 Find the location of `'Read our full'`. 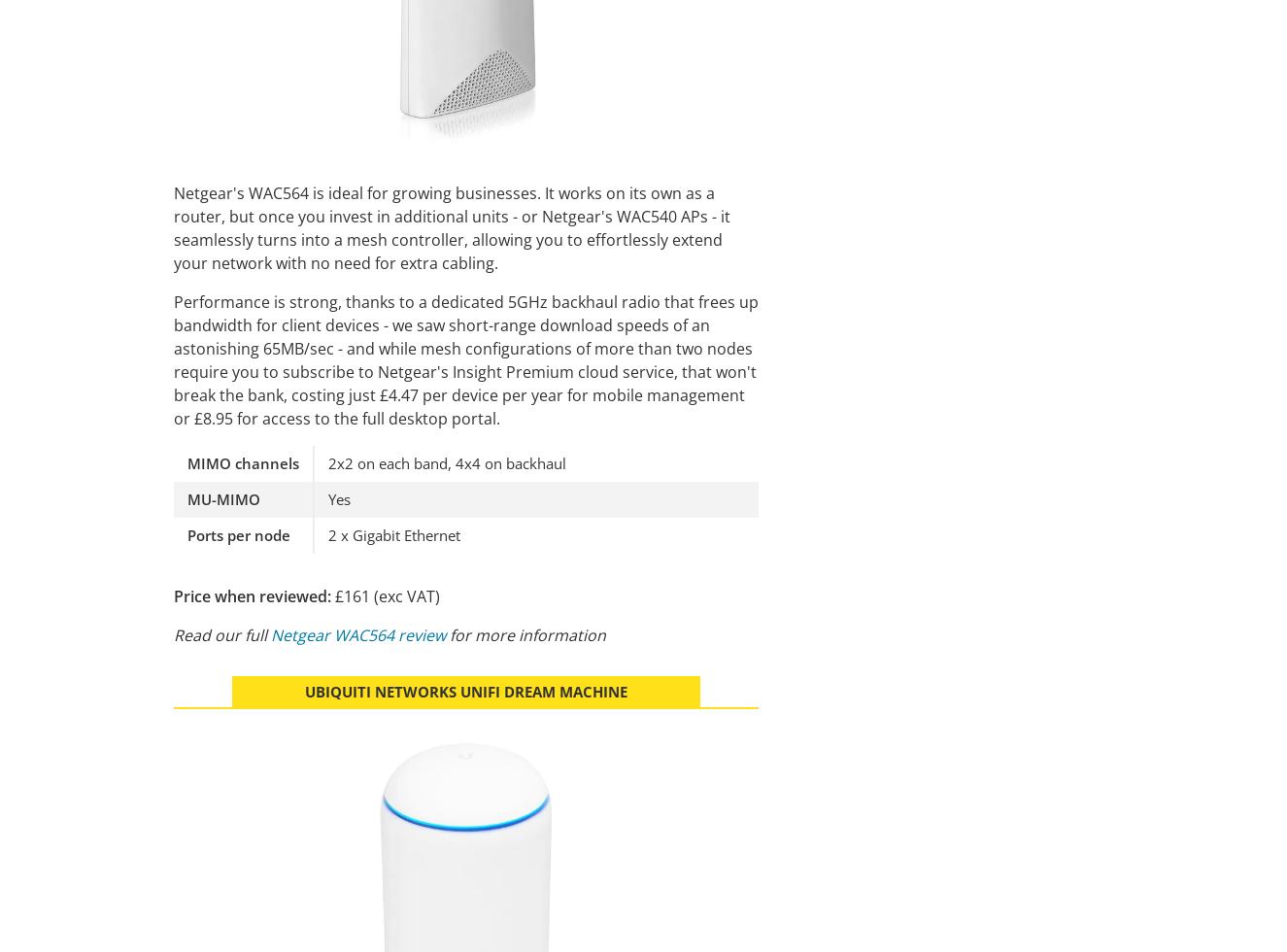

'Read our full' is located at coordinates (173, 633).